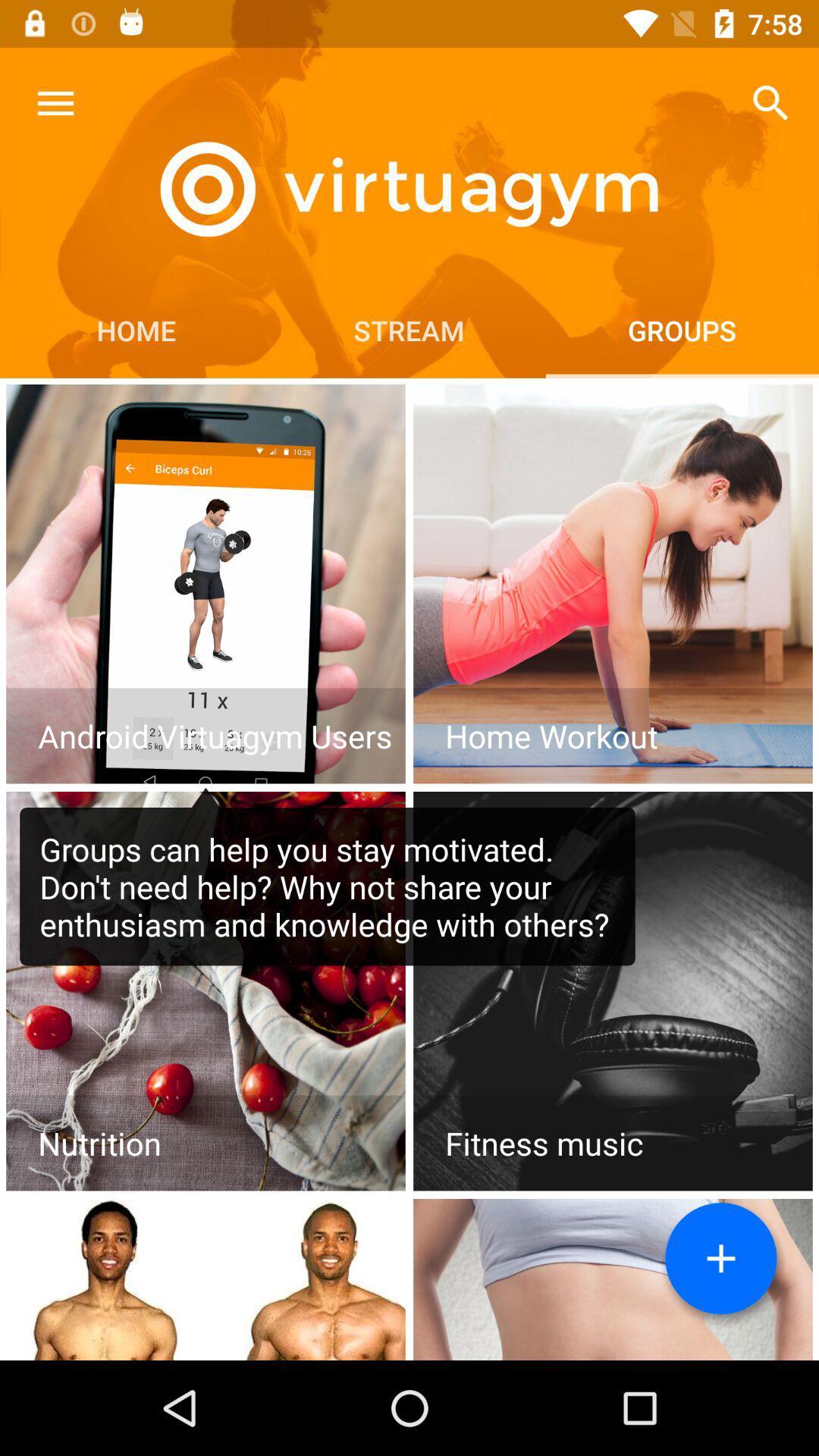  I want to click on group, so click(720, 1258).